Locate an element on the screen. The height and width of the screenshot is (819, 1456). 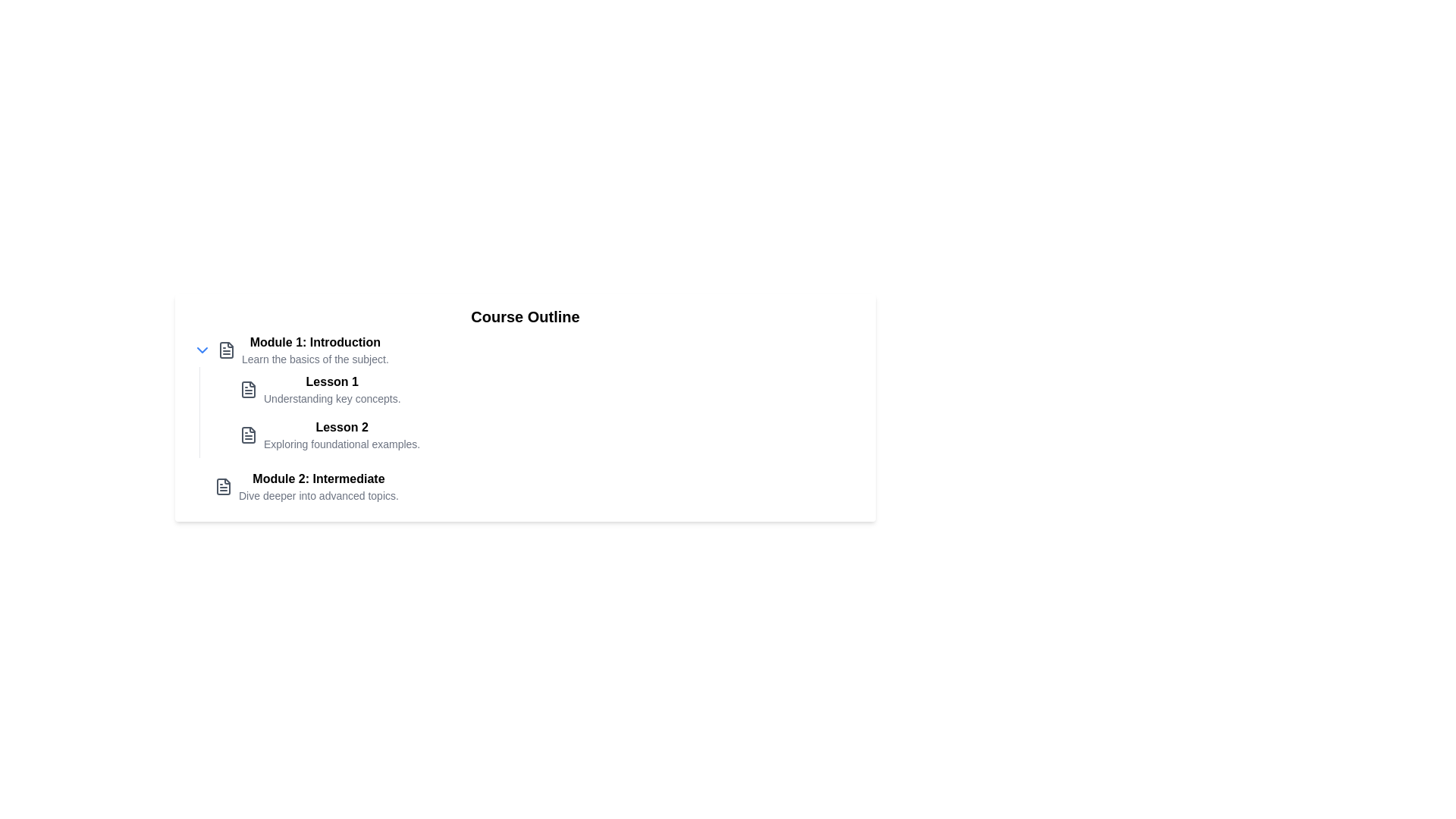
the textual subheading element displaying 'Understanding key concepts.' which is positioned below 'Lesson 1' in the 'Module 1: Introduction' section is located at coordinates (331, 397).